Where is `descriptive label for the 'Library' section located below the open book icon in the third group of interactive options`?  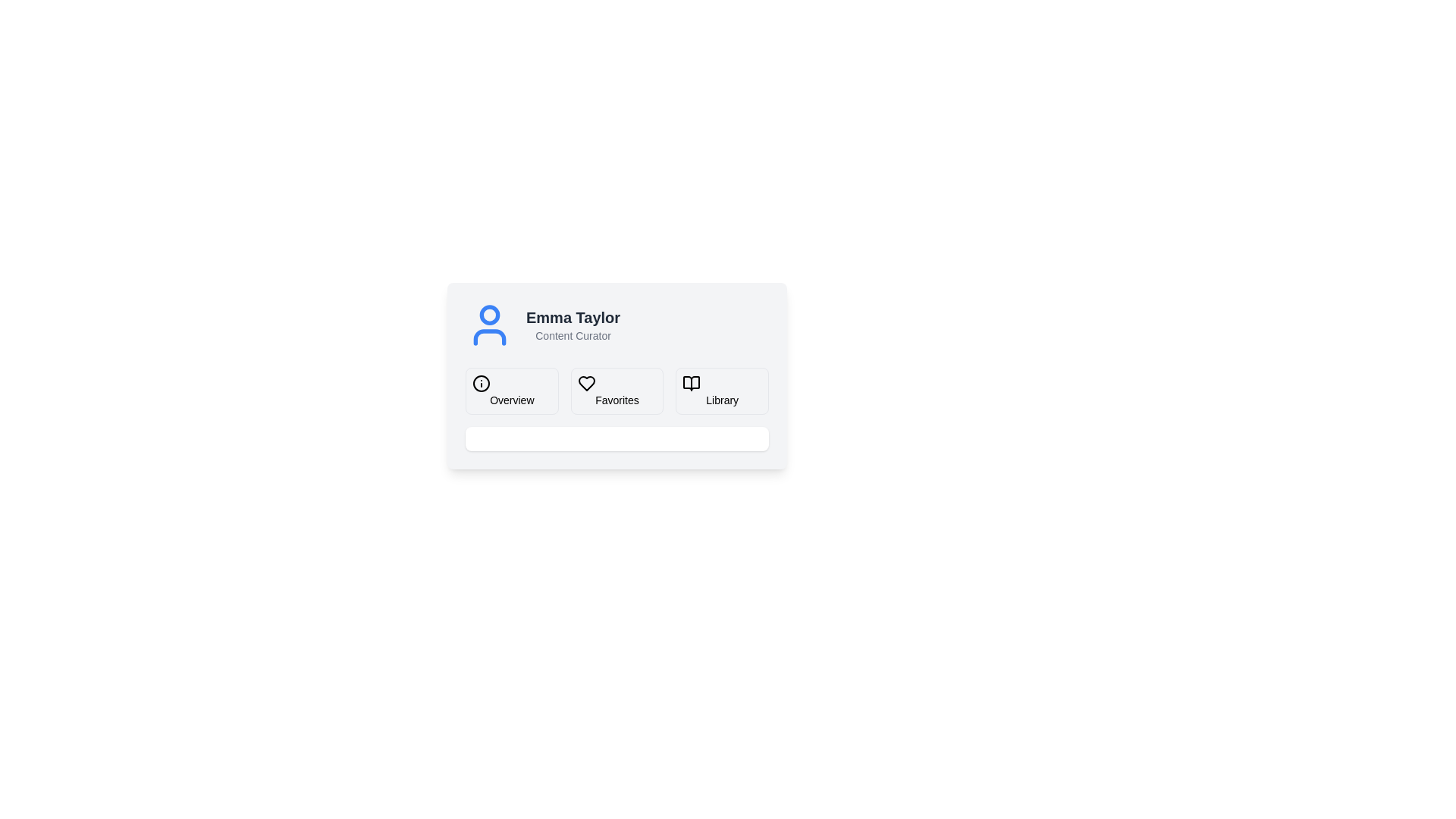 descriptive label for the 'Library' section located below the open book icon in the third group of interactive options is located at coordinates (721, 400).